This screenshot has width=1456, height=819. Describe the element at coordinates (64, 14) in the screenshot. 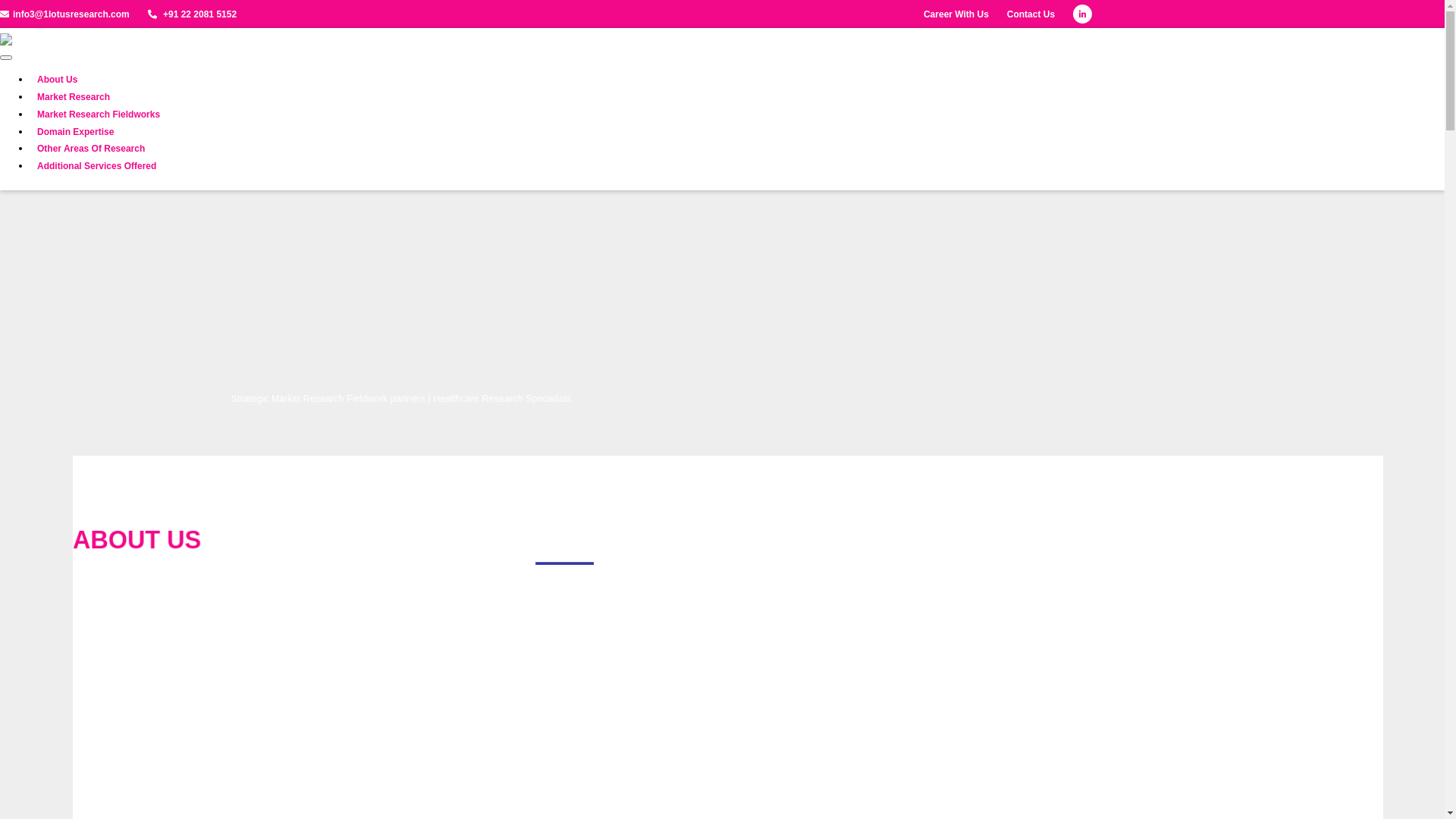

I see `'info3@1lotusresearch.com'` at that location.